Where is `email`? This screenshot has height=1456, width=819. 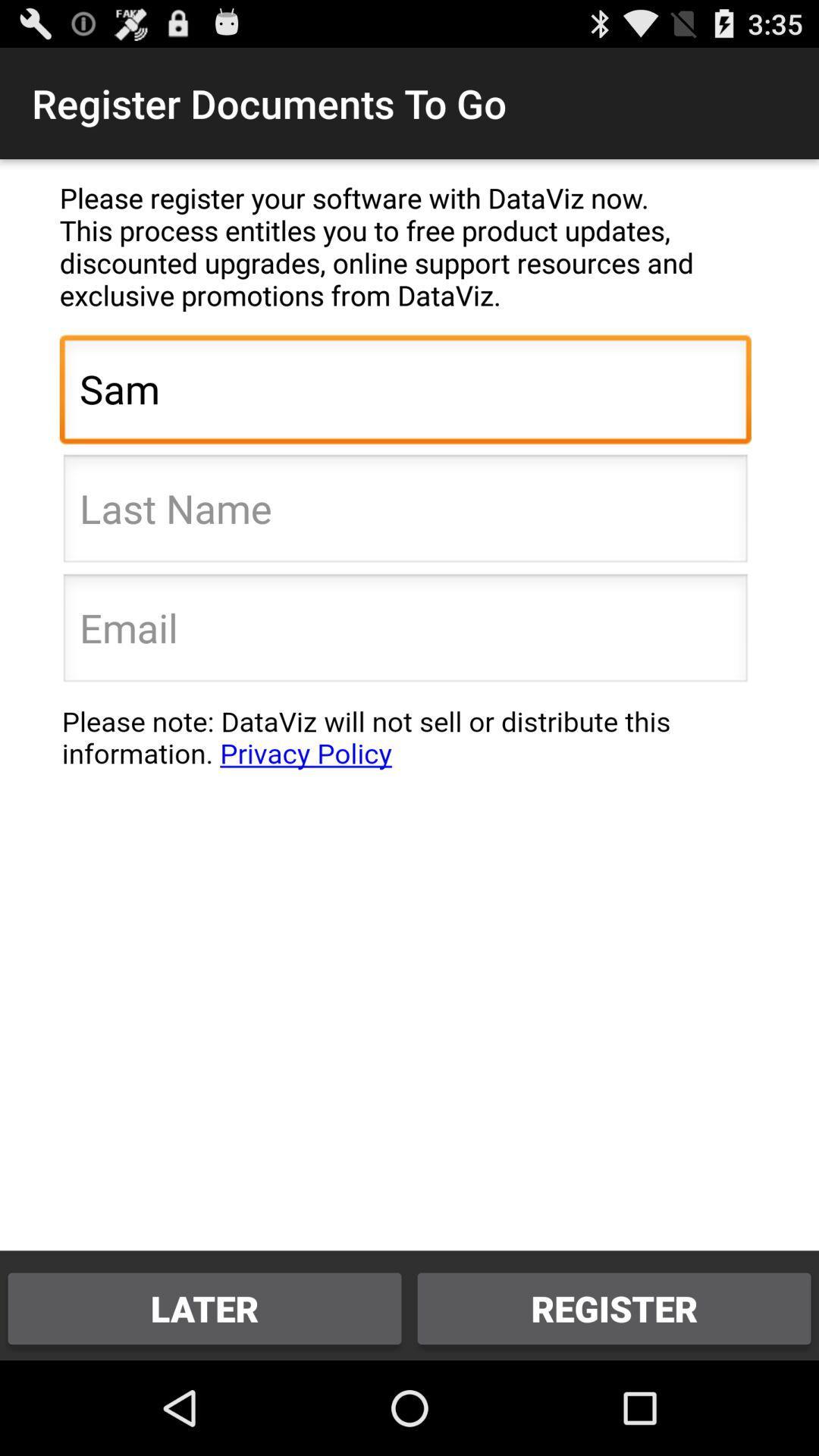 email is located at coordinates (404, 632).